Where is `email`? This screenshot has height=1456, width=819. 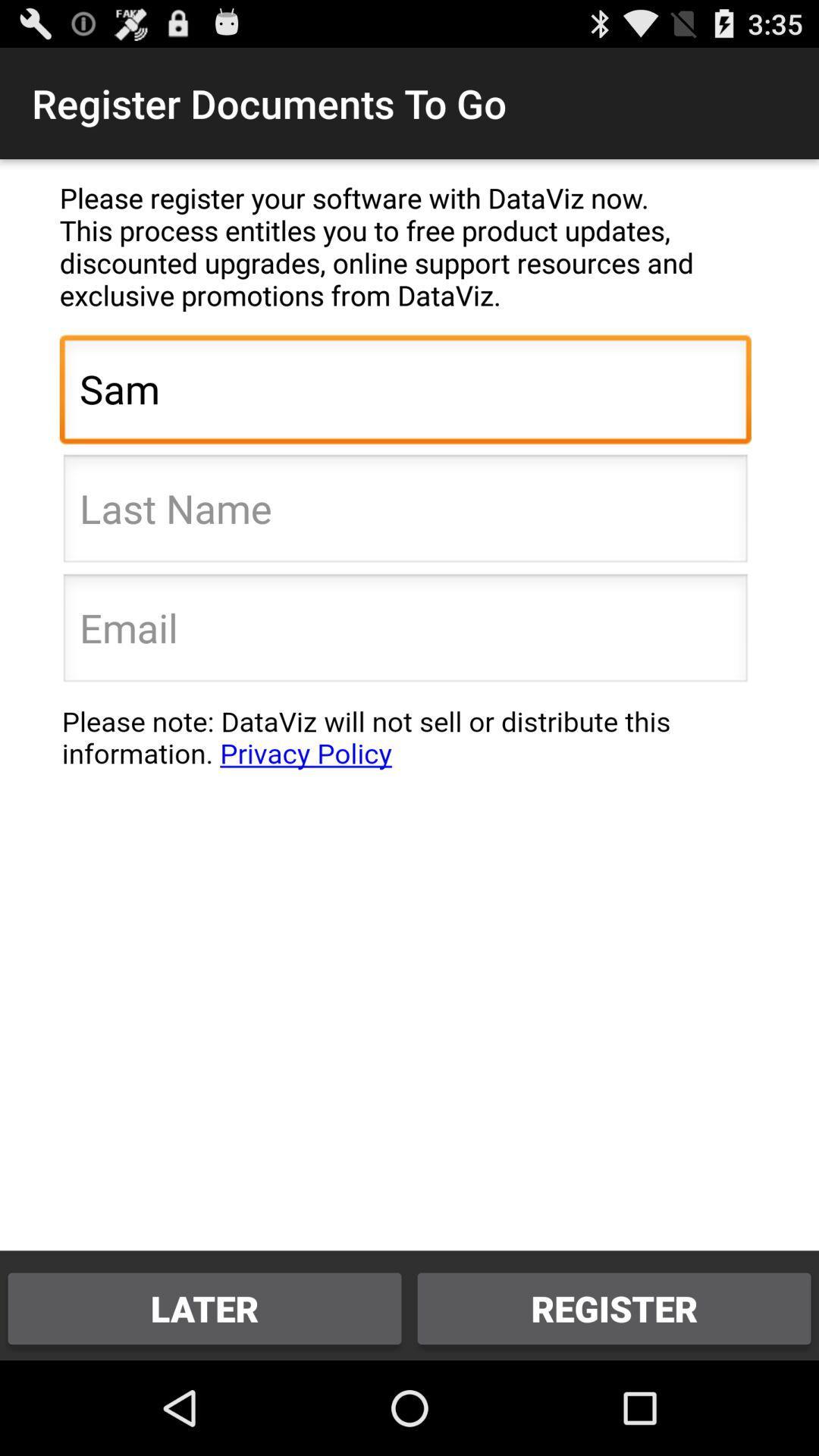 email is located at coordinates (404, 632).